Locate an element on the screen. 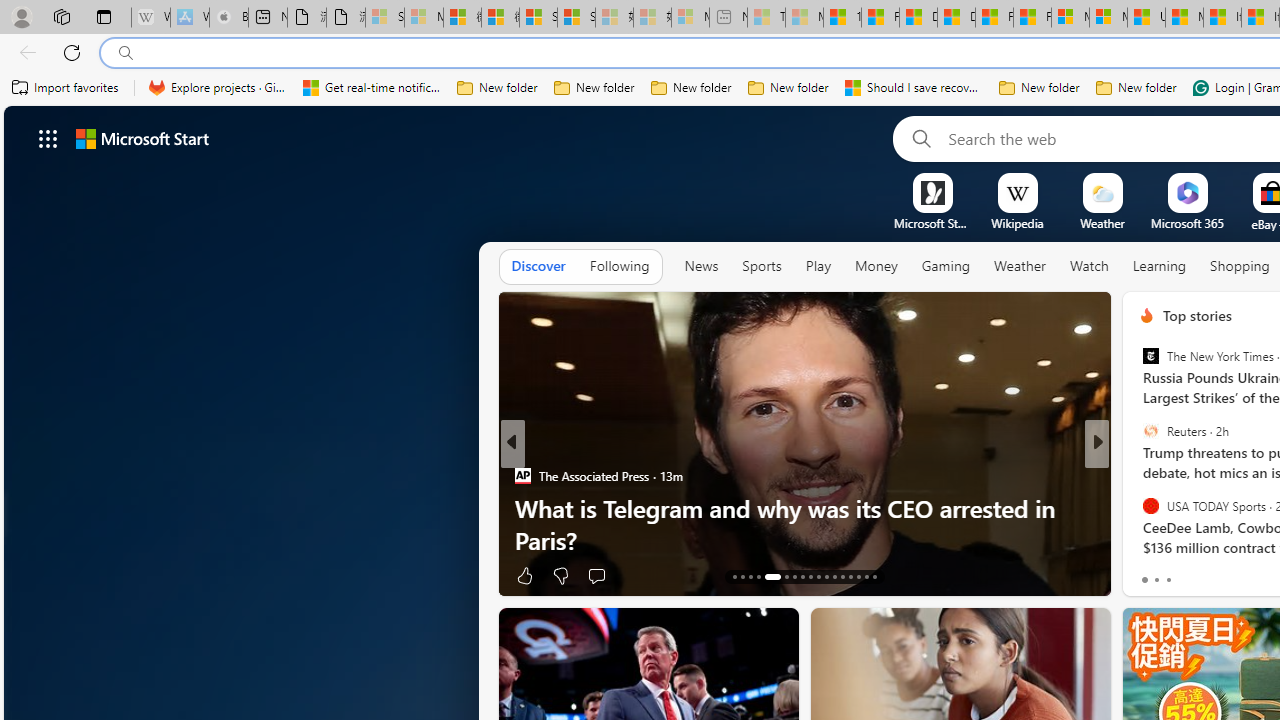 This screenshot has height=720, width=1280. '21 Like' is located at coordinates (1149, 575).